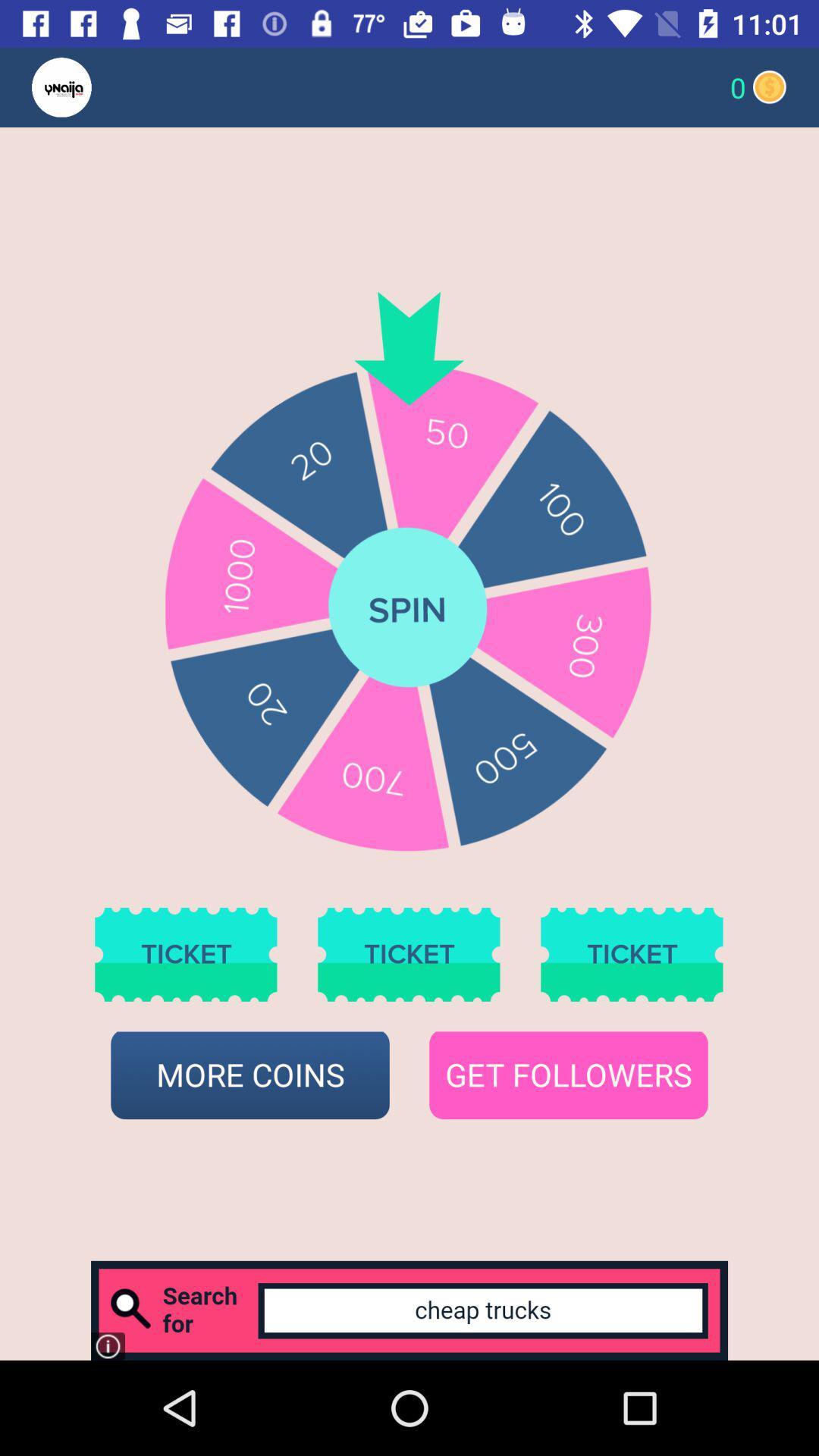  What do you see at coordinates (409, 1310) in the screenshot?
I see `the icon below more coins icon` at bounding box center [409, 1310].